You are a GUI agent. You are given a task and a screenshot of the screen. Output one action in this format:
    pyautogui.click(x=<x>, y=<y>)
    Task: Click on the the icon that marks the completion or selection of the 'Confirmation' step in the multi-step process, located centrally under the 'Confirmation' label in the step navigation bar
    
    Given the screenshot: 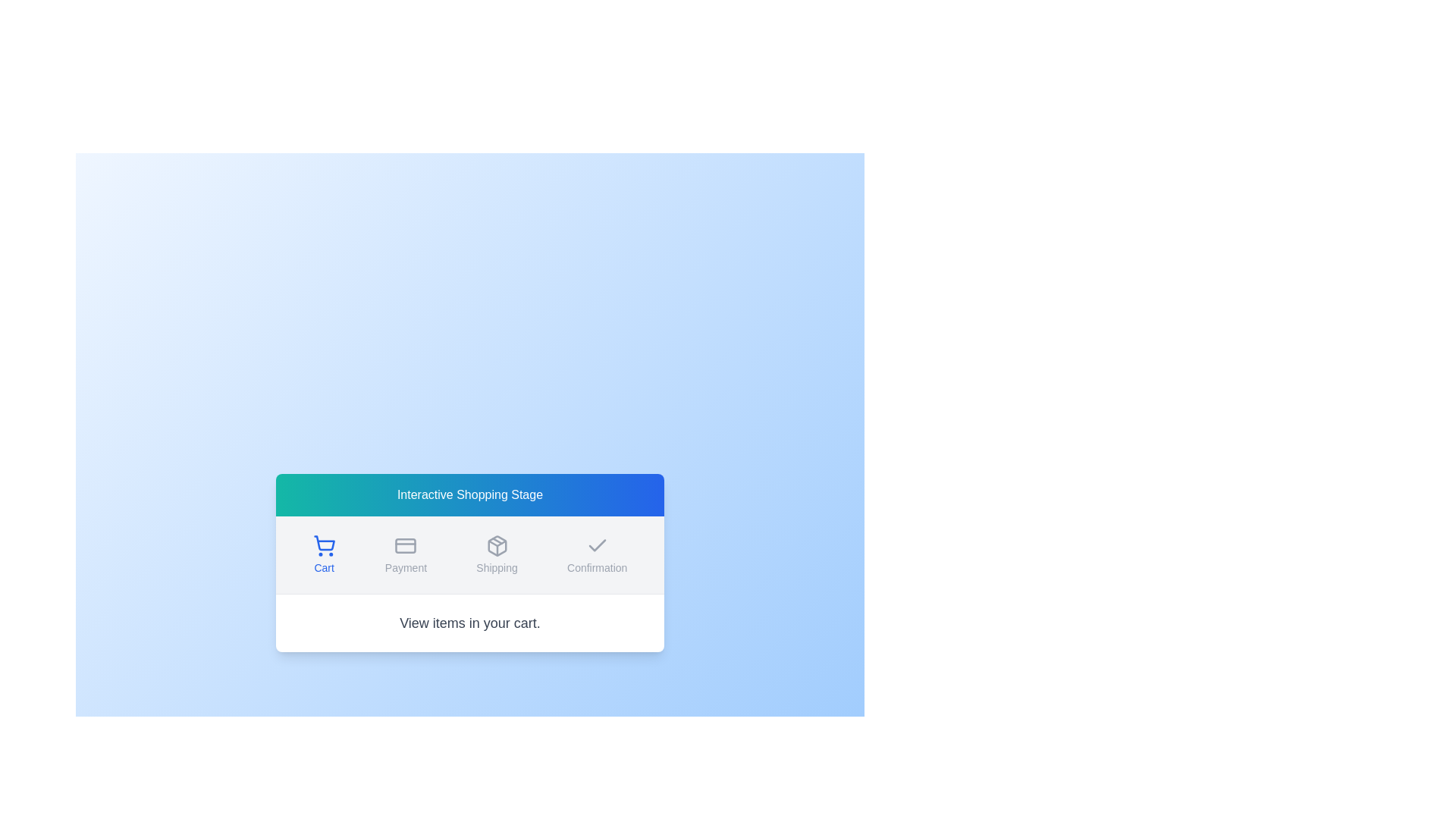 What is the action you would take?
    pyautogui.click(x=596, y=544)
    